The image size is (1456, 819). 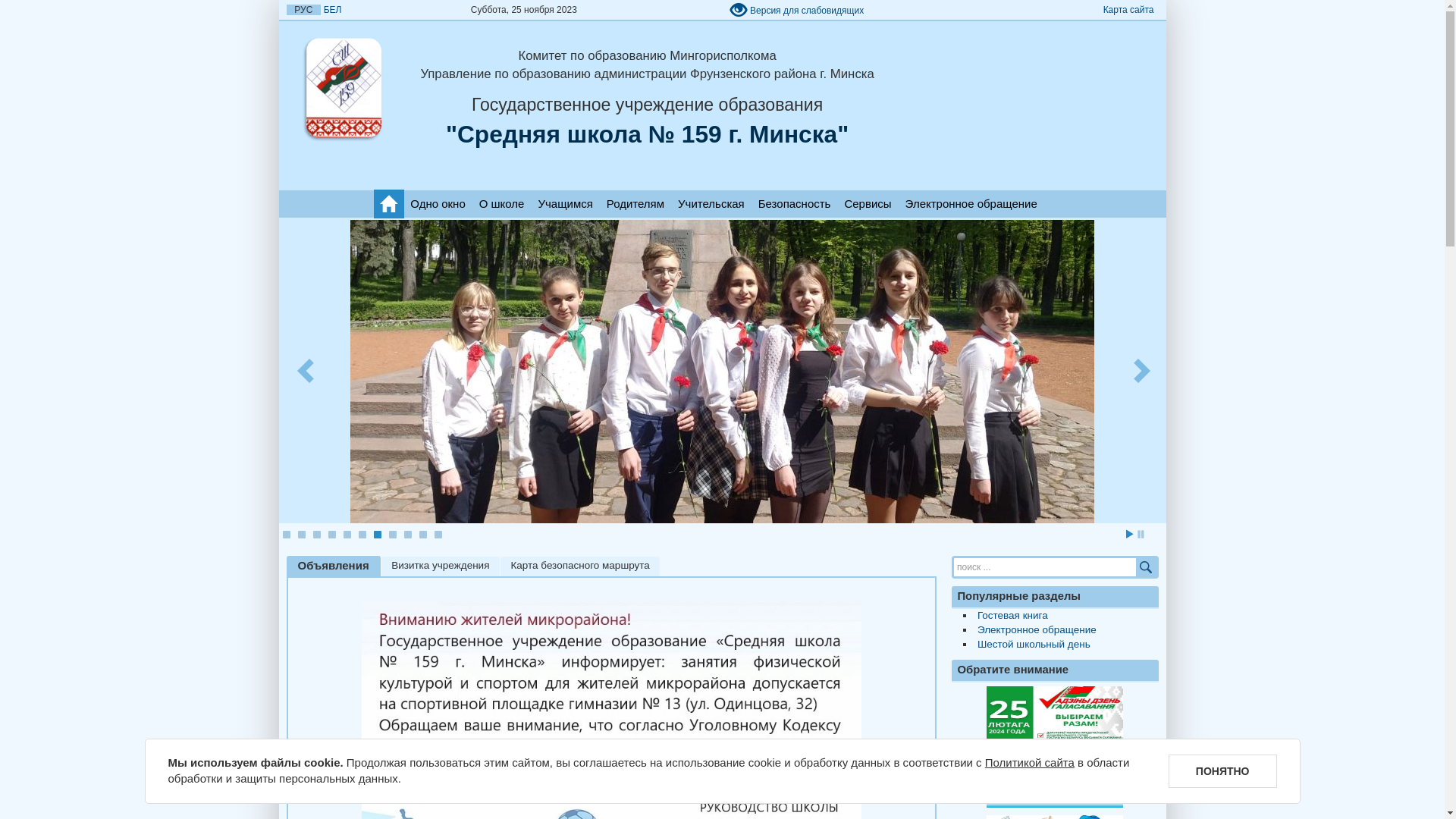 I want to click on '4', so click(x=330, y=534).